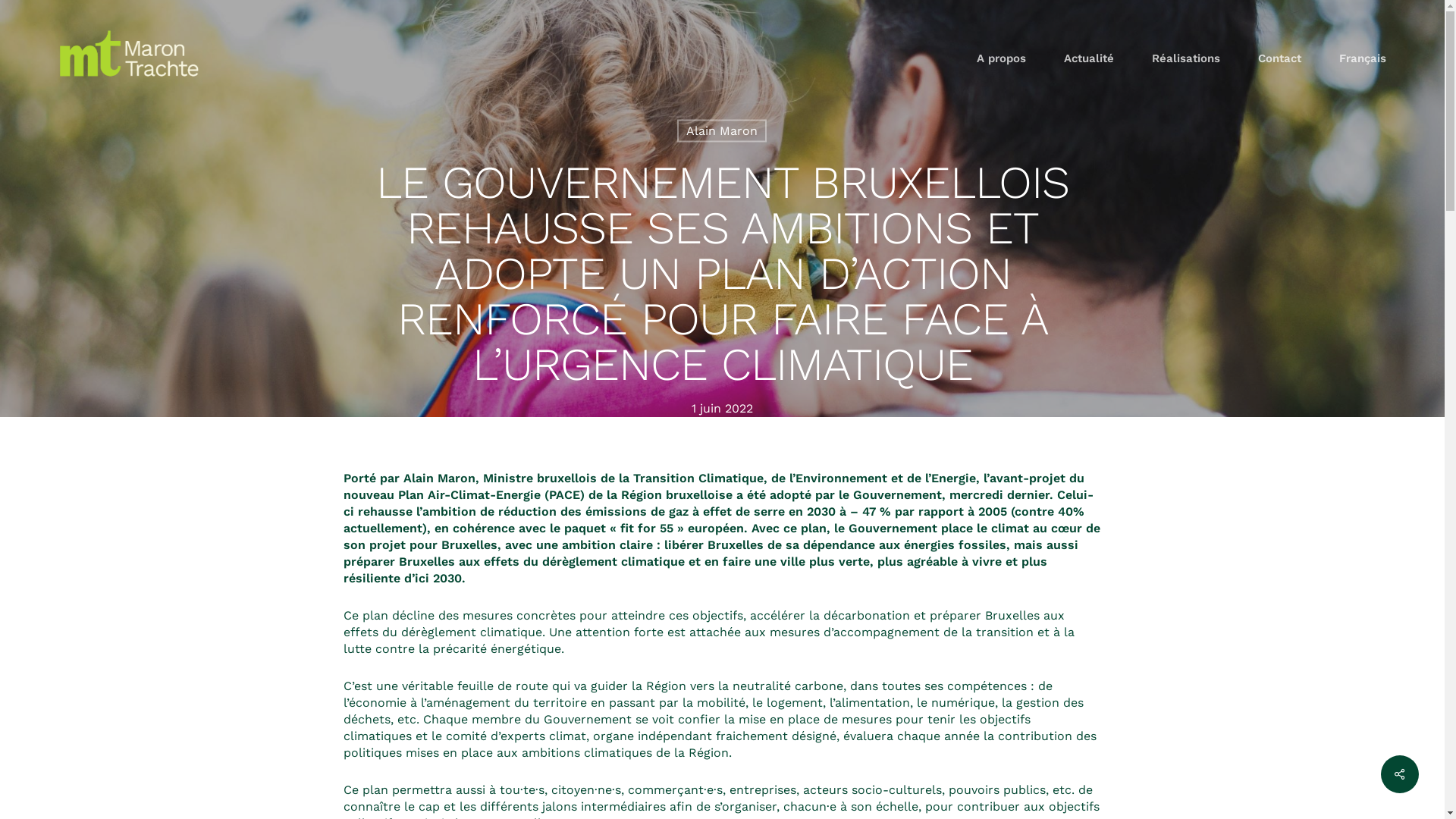 Image resolution: width=1456 pixels, height=819 pixels. Describe the element at coordinates (976, 58) in the screenshot. I see `'A propos'` at that location.